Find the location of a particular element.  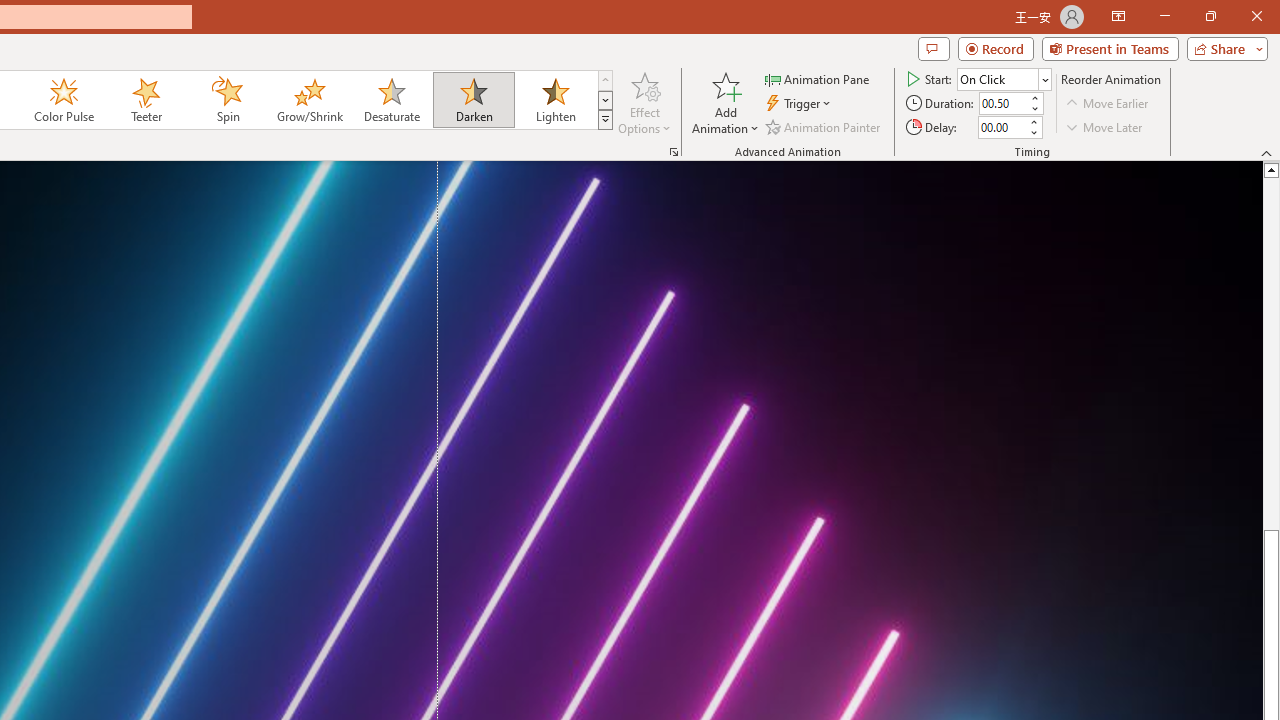

'More Options...' is located at coordinates (673, 150).